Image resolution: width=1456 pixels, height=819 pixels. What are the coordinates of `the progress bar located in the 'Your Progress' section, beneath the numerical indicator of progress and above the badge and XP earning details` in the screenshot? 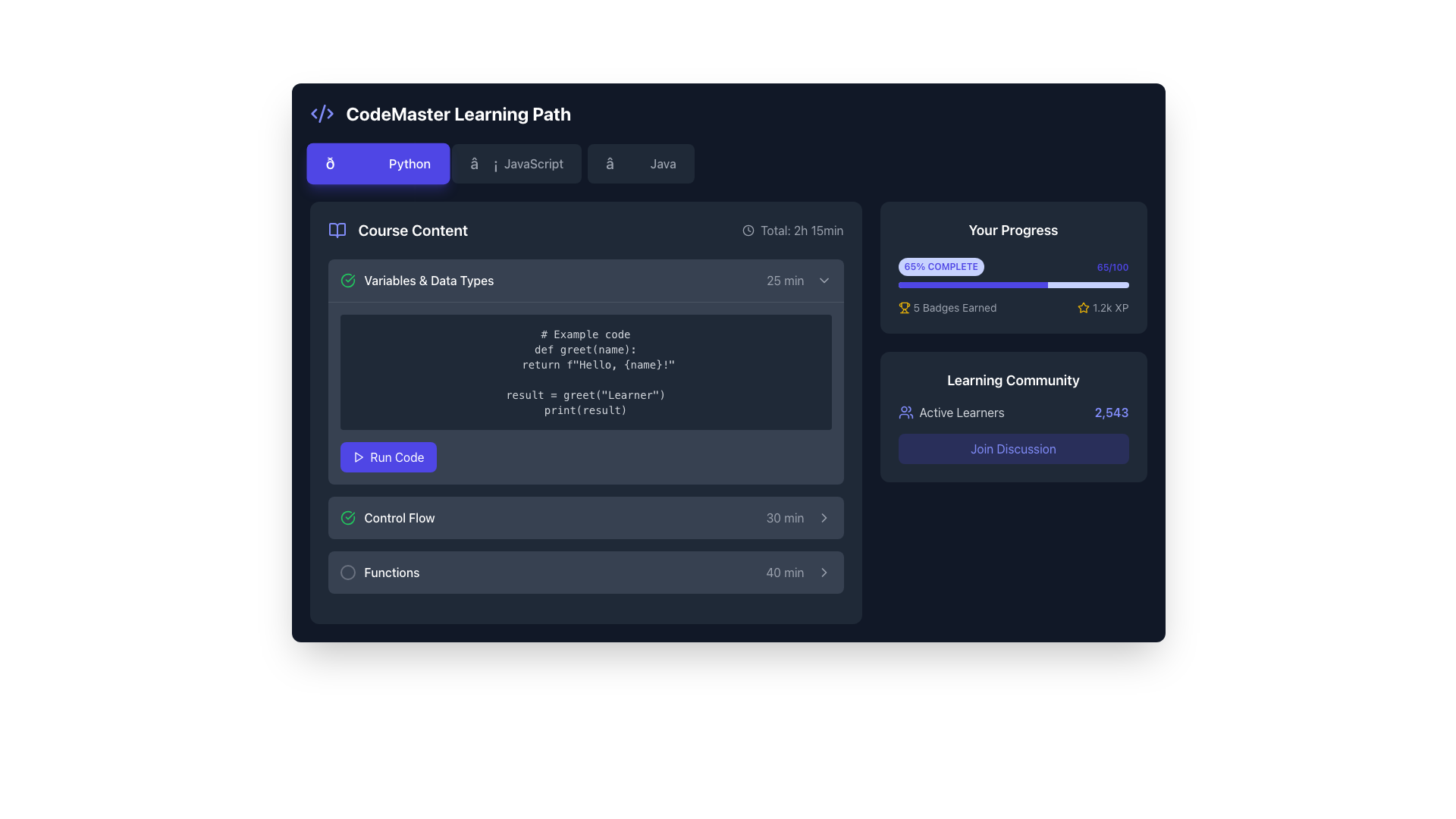 It's located at (1013, 284).